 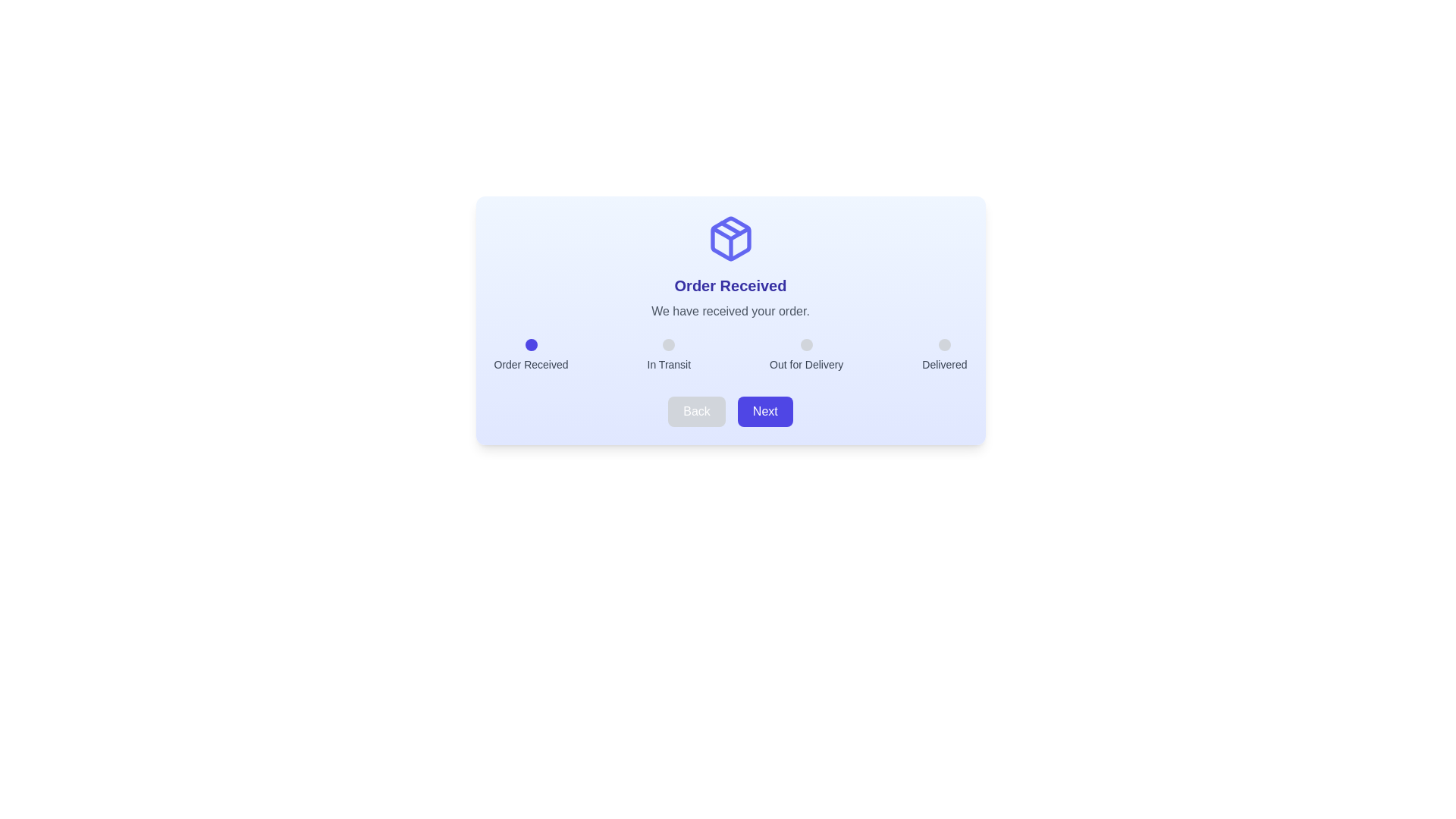 What do you see at coordinates (764, 412) in the screenshot?
I see `the 'Next' button to navigate to the next step` at bounding box center [764, 412].